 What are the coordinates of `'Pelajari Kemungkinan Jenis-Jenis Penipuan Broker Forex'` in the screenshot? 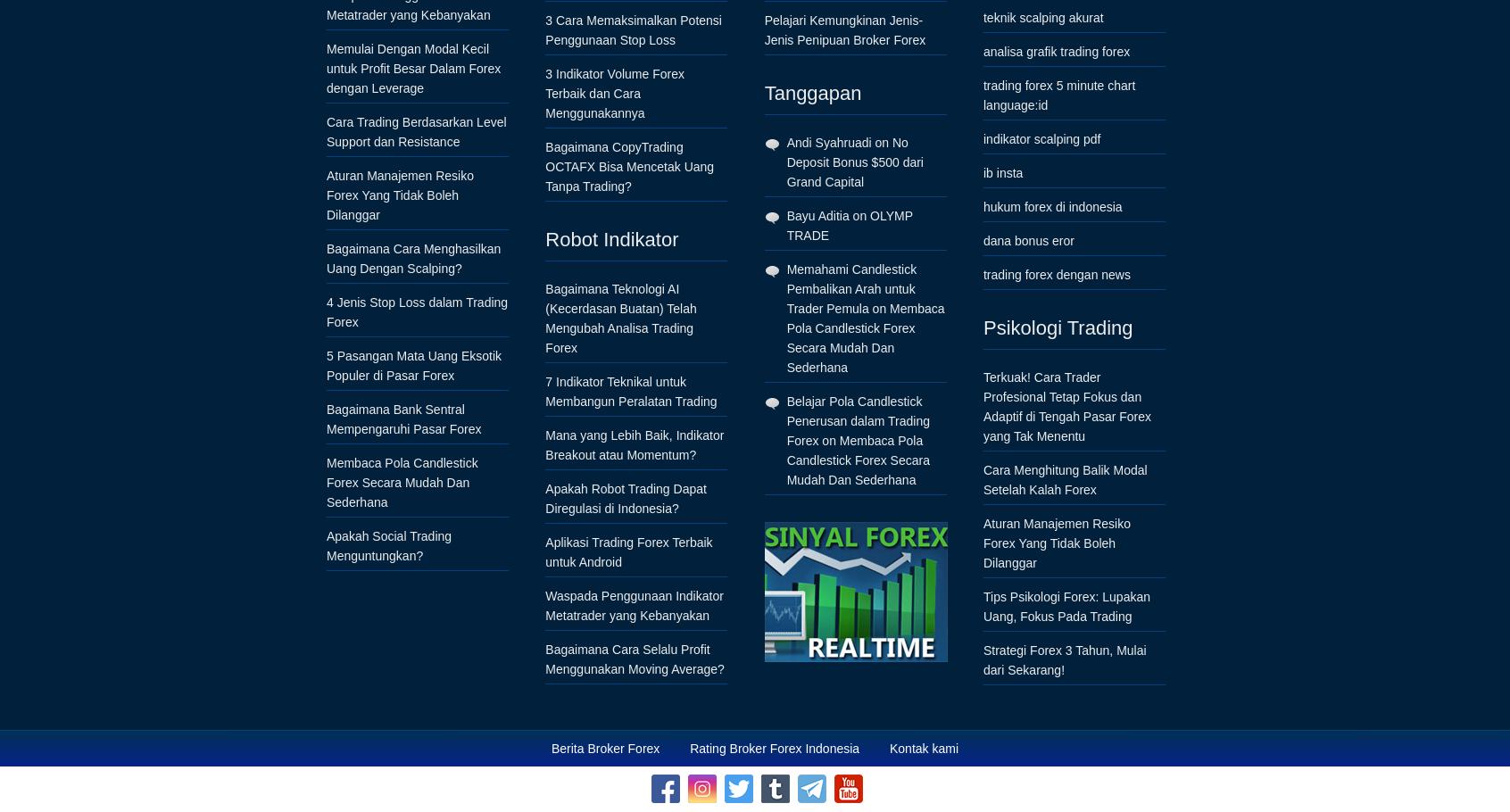 It's located at (762, 29).